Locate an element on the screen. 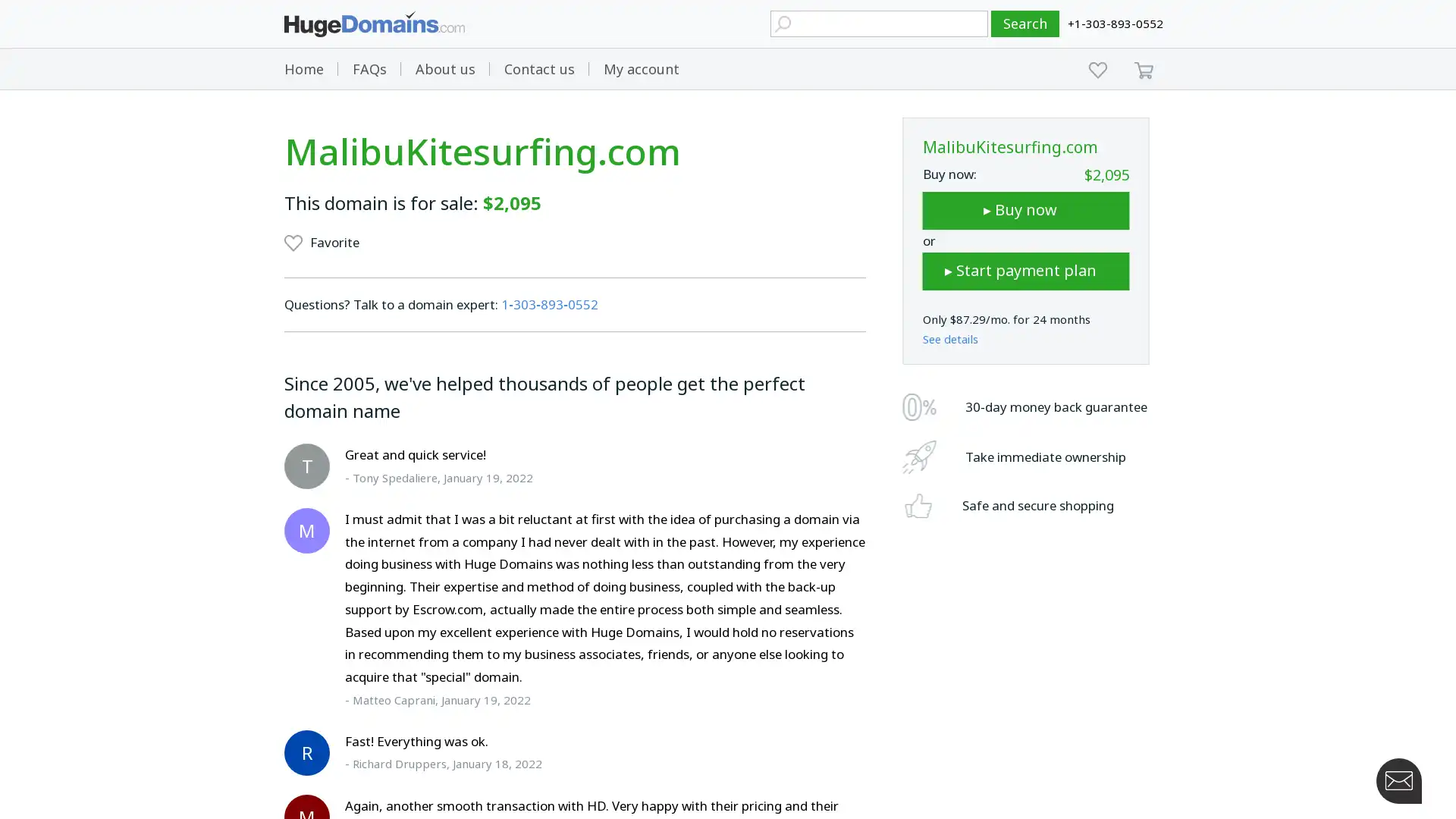 The height and width of the screenshot is (819, 1456). Search is located at coordinates (1025, 24).